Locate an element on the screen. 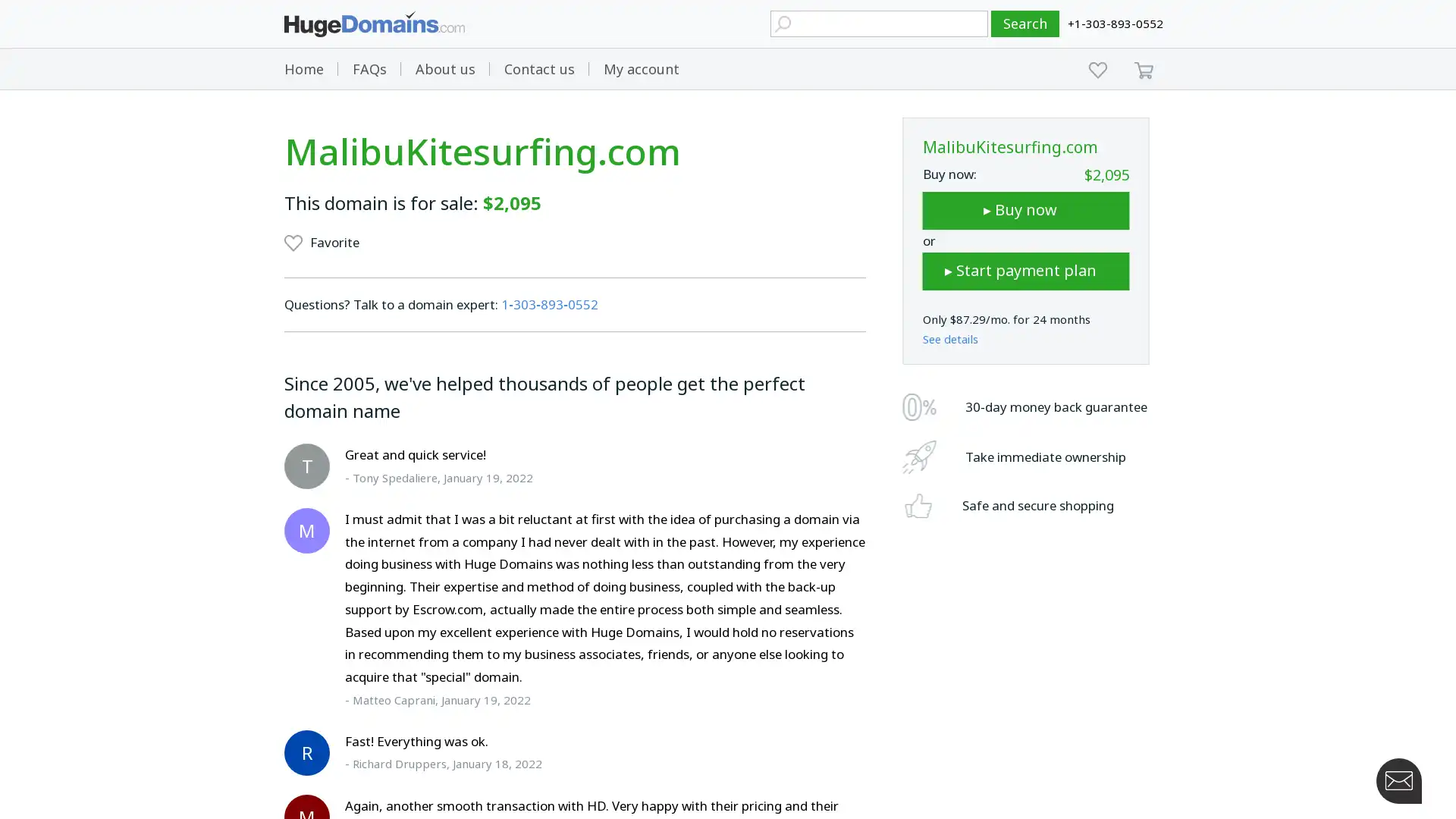 The height and width of the screenshot is (819, 1456). Search is located at coordinates (1025, 24).